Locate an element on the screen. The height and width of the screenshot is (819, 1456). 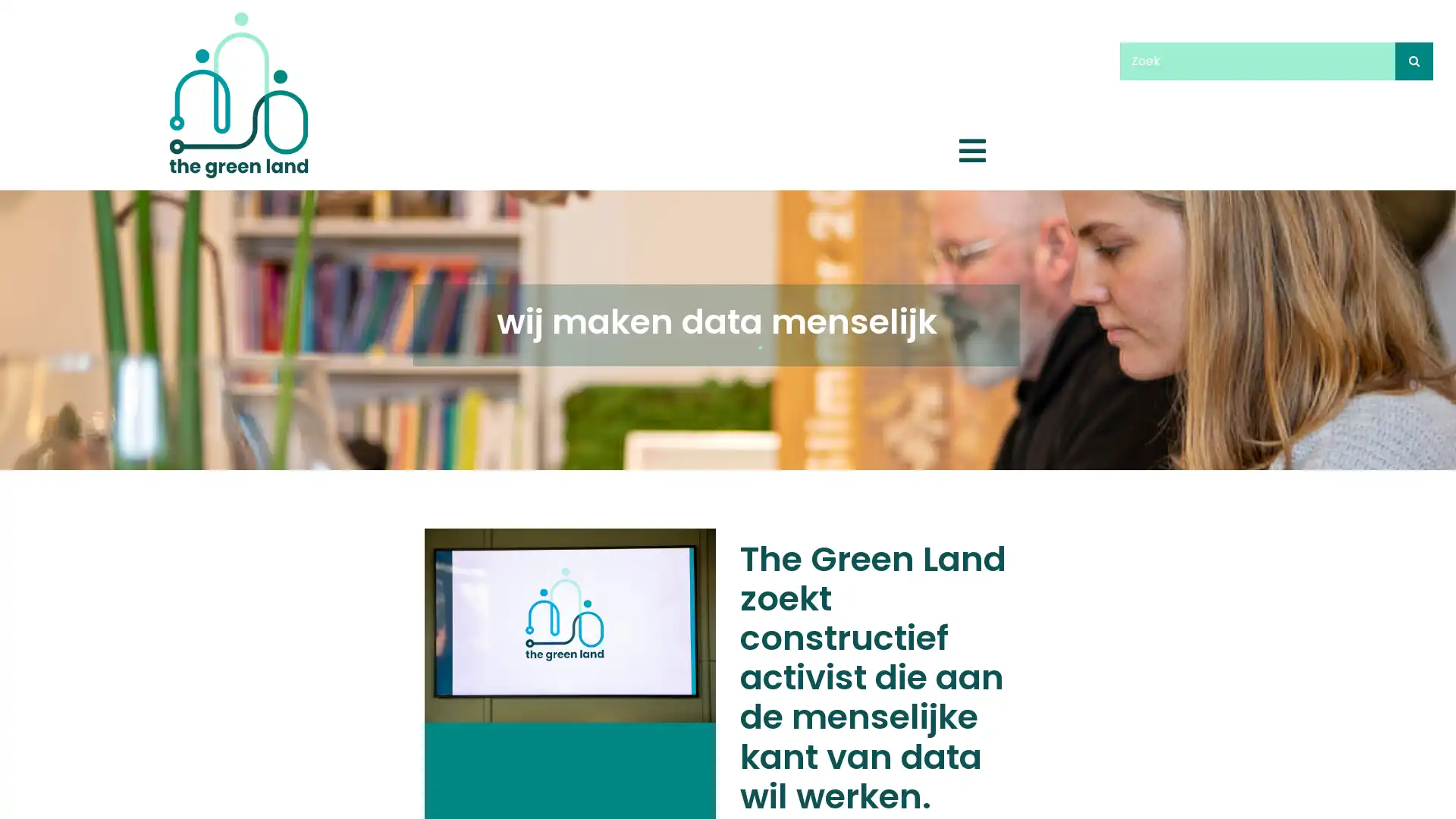
Zoeken is located at coordinates (1414, 60).